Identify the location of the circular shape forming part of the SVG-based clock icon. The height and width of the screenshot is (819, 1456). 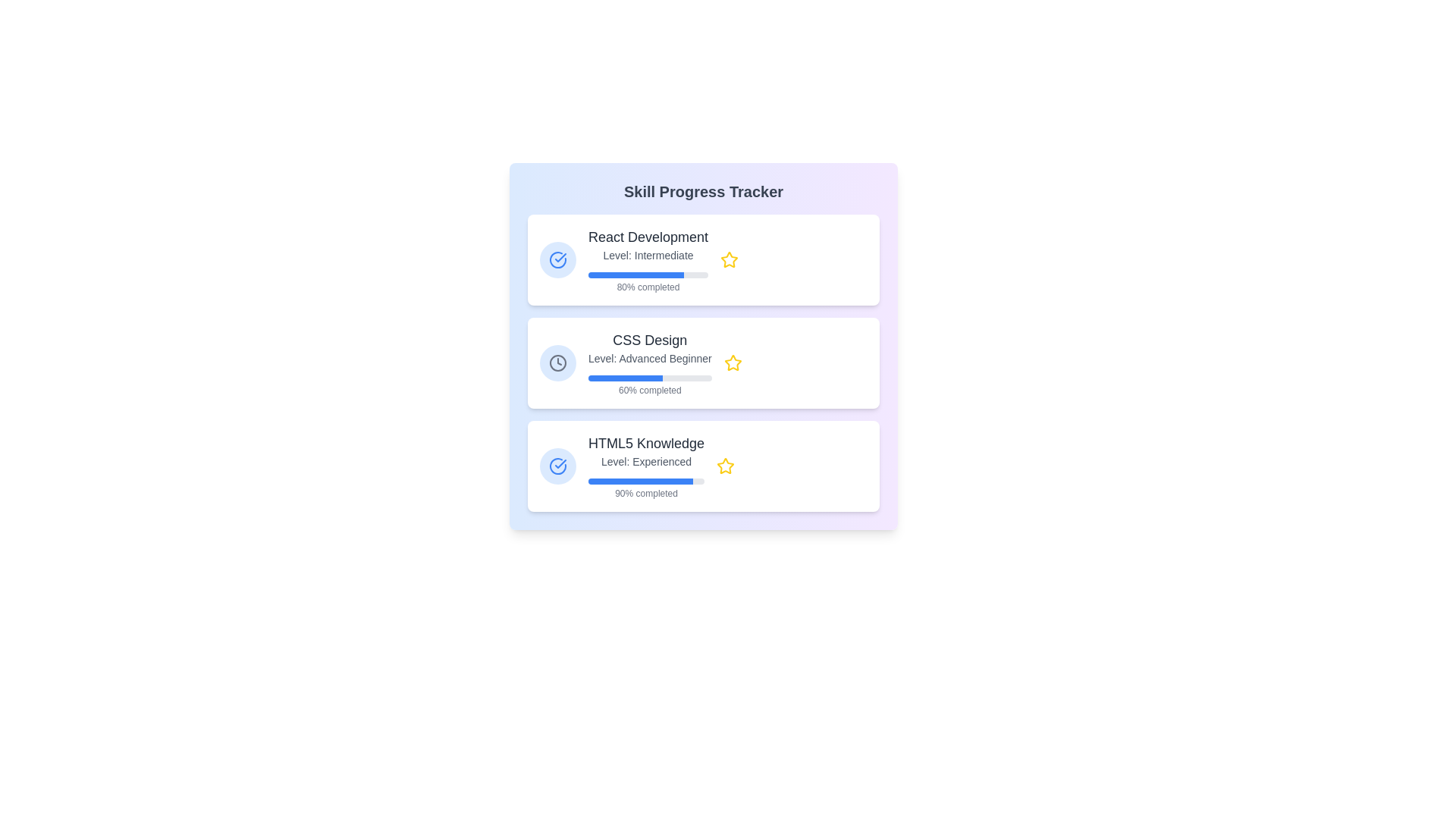
(557, 362).